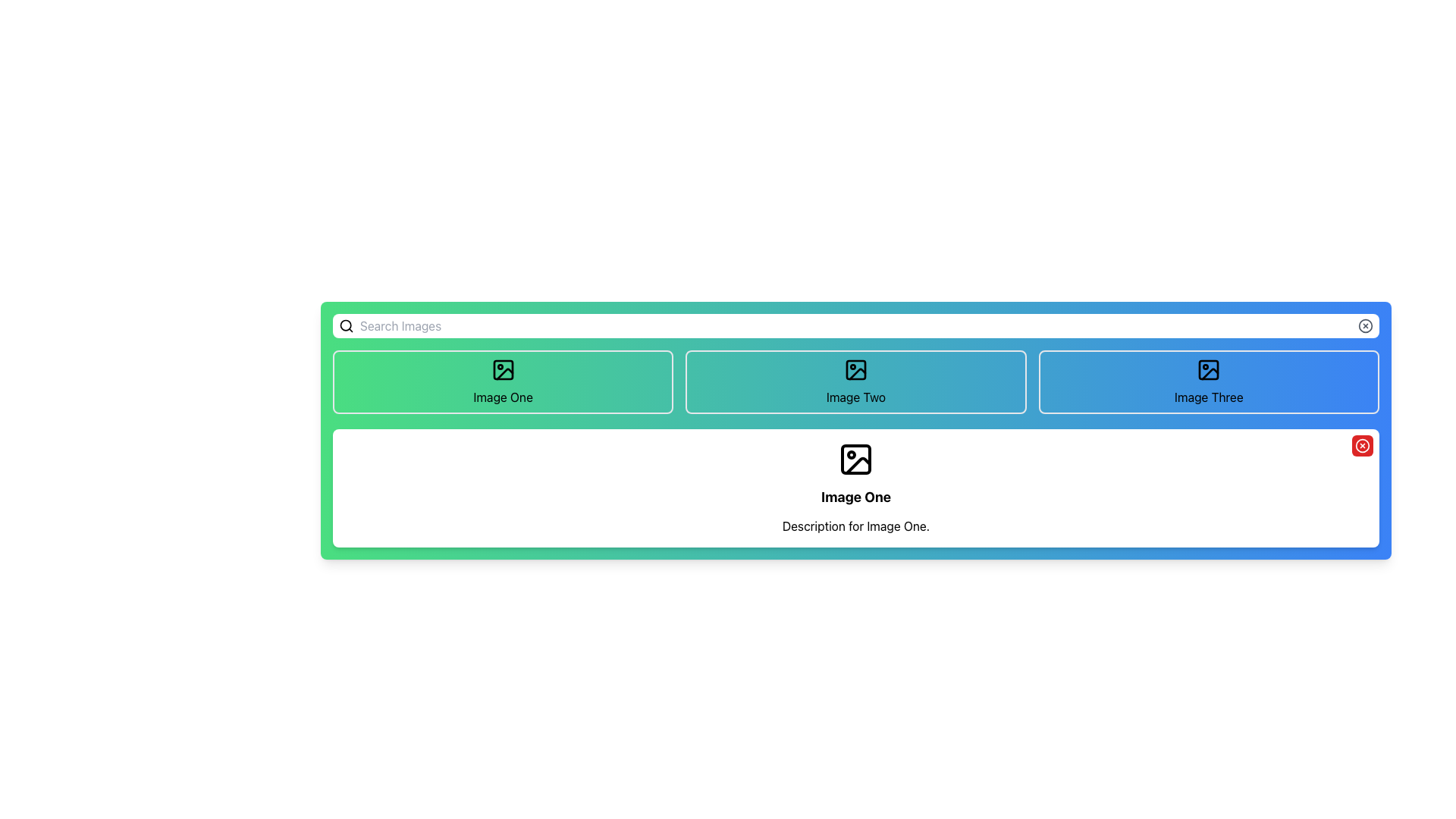 The width and height of the screenshot is (1456, 819). Describe the element at coordinates (855, 381) in the screenshot. I see `the 'Image Two' button, which is the second button in a horizontal row of three buttons at the top-middle area of the interface` at that location.